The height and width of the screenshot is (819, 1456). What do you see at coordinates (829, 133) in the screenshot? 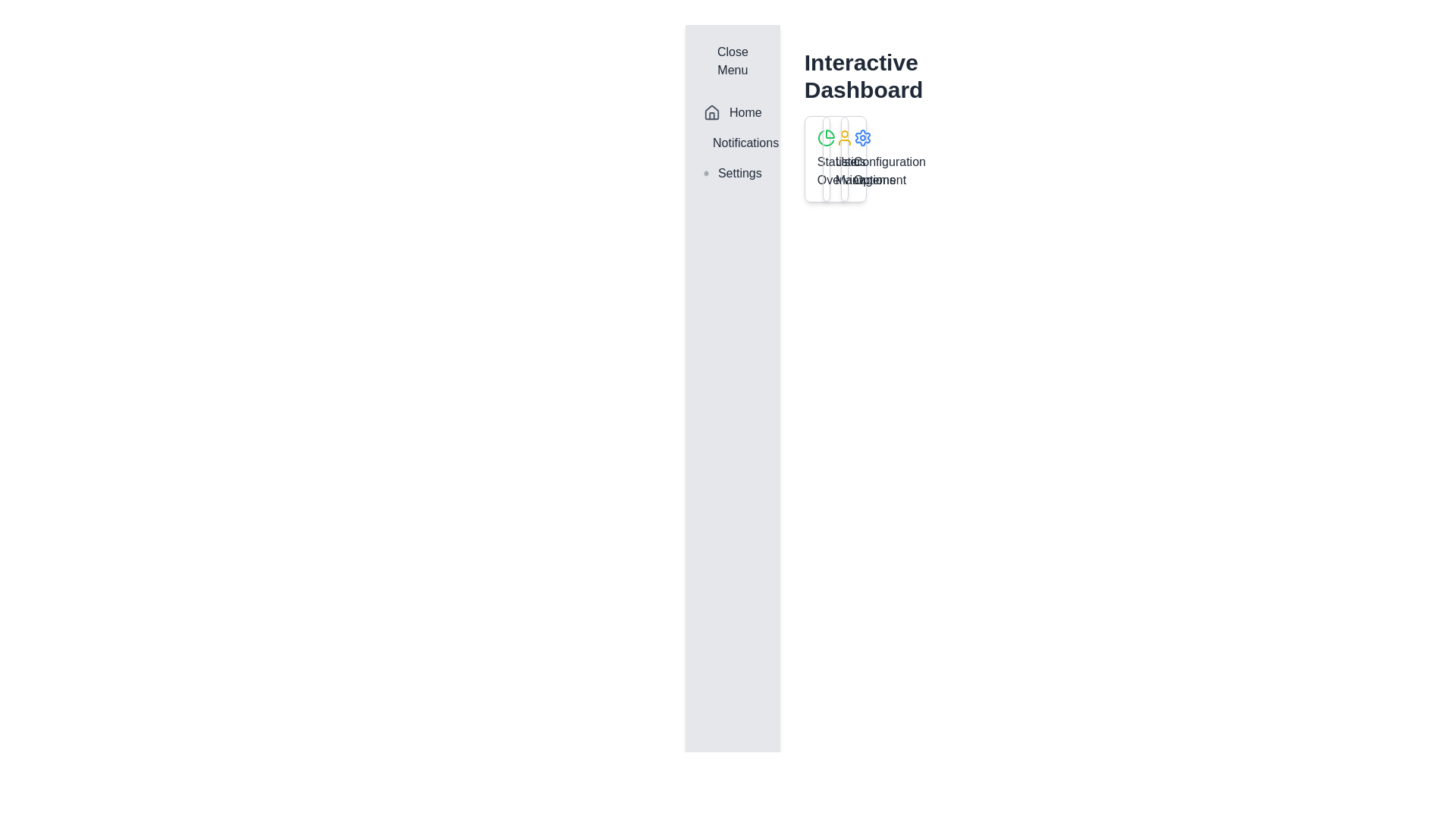
I see `the first segment of the pie chart icon located in the right area of the sidebar, adjacent to the 'Interactive Dashboard' text` at bounding box center [829, 133].